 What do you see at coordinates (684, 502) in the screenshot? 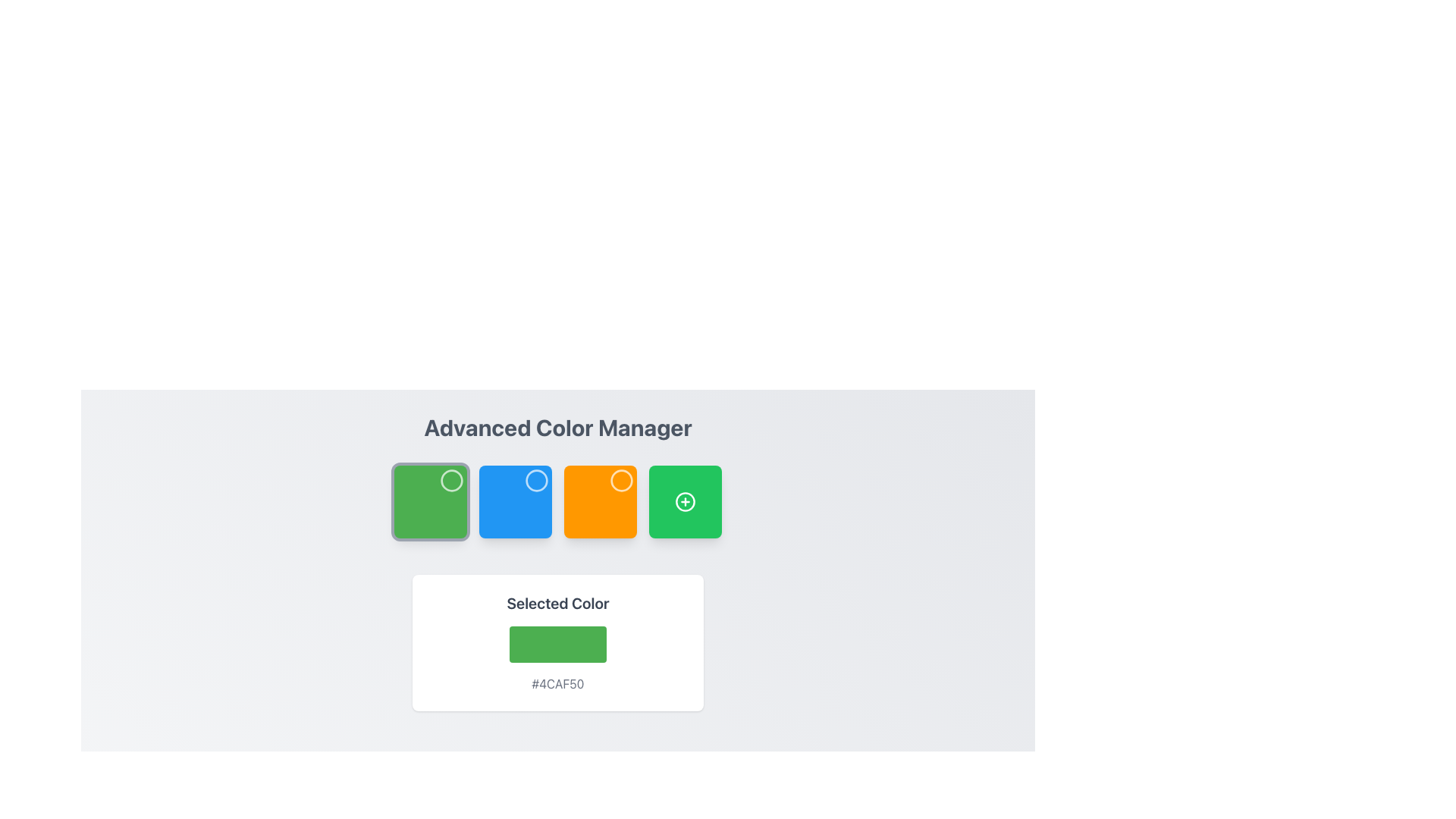
I see `the Add/Plus icon located in the fourth square of a row of four colored squares below the 'Advanced Color Manager' title` at bounding box center [684, 502].